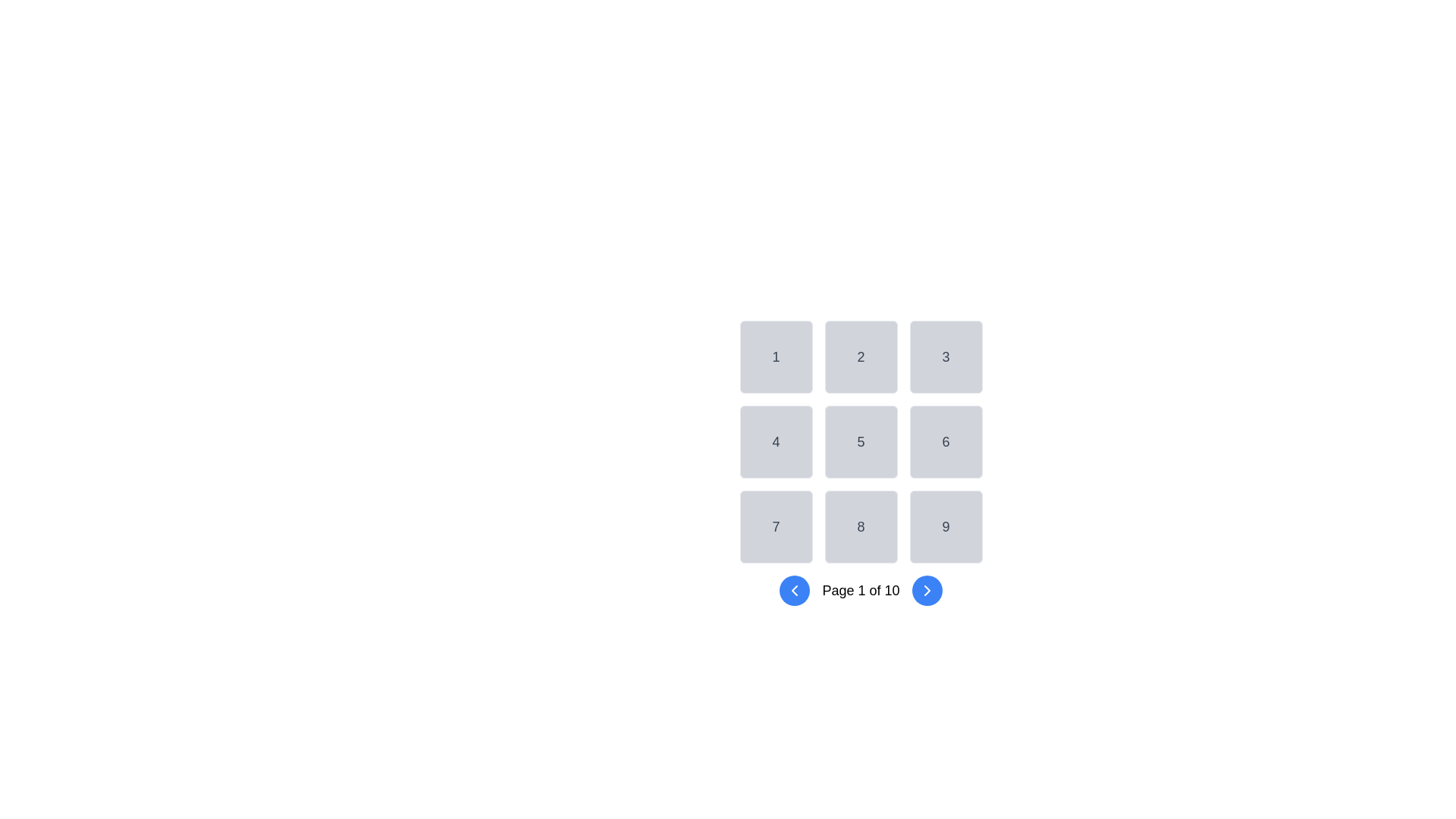 The height and width of the screenshot is (819, 1456). I want to click on the button labeled '1' located in the top-left corner of a 3x3 grid, so click(776, 356).